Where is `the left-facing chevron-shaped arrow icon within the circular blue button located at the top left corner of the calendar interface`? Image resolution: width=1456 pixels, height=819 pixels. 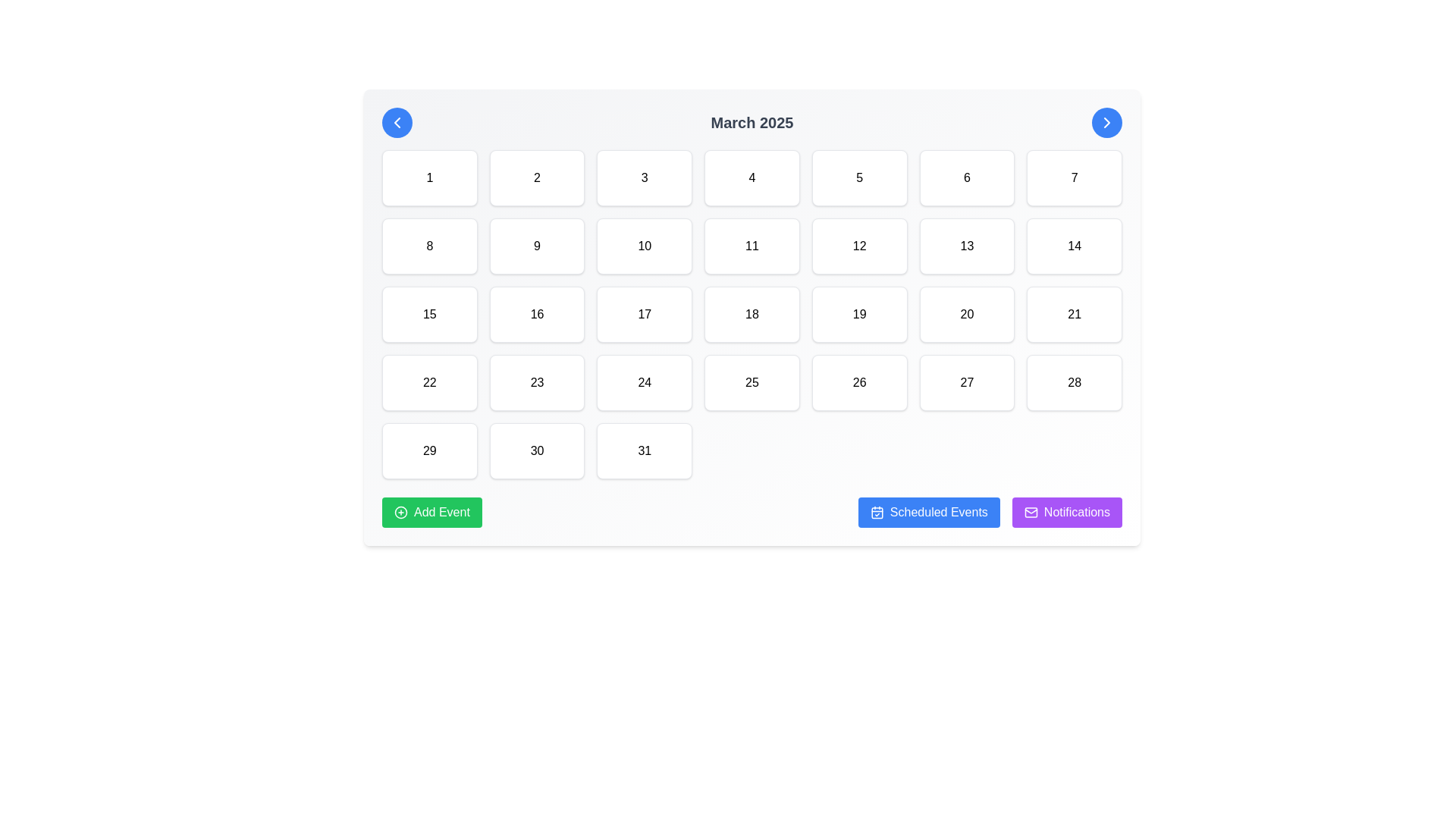 the left-facing chevron-shaped arrow icon within the circular blue button located at the top left corner of the calendar interface is located at coordinates (397, 122).